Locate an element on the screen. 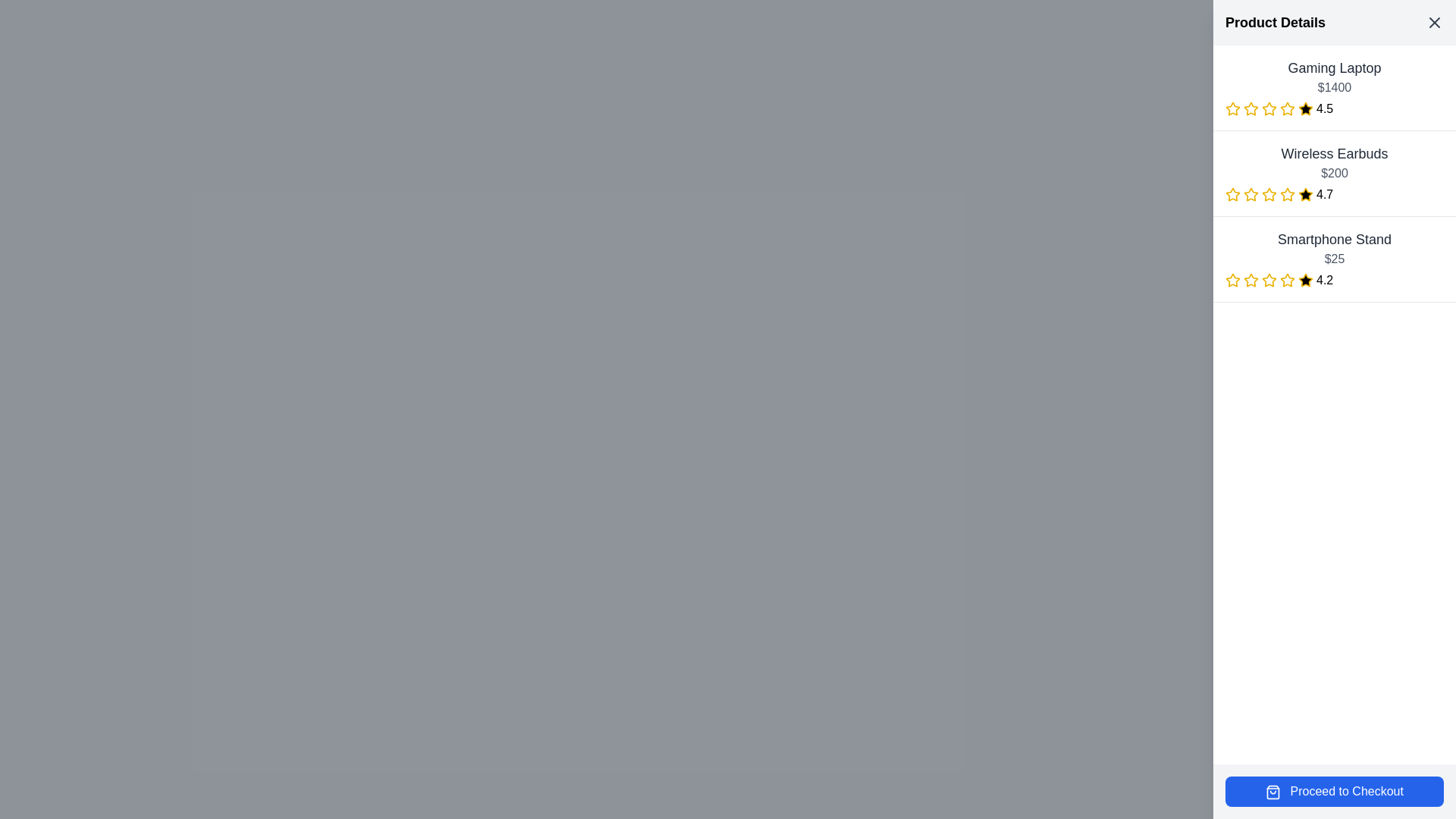 This screenshot has height=819, width=1456. text label that displays 'Wireless Earbuds', which is prominently styled in medium-sized dark gray font and located above the product details in the second entry of the product list is located at coordinates (1335, 154).